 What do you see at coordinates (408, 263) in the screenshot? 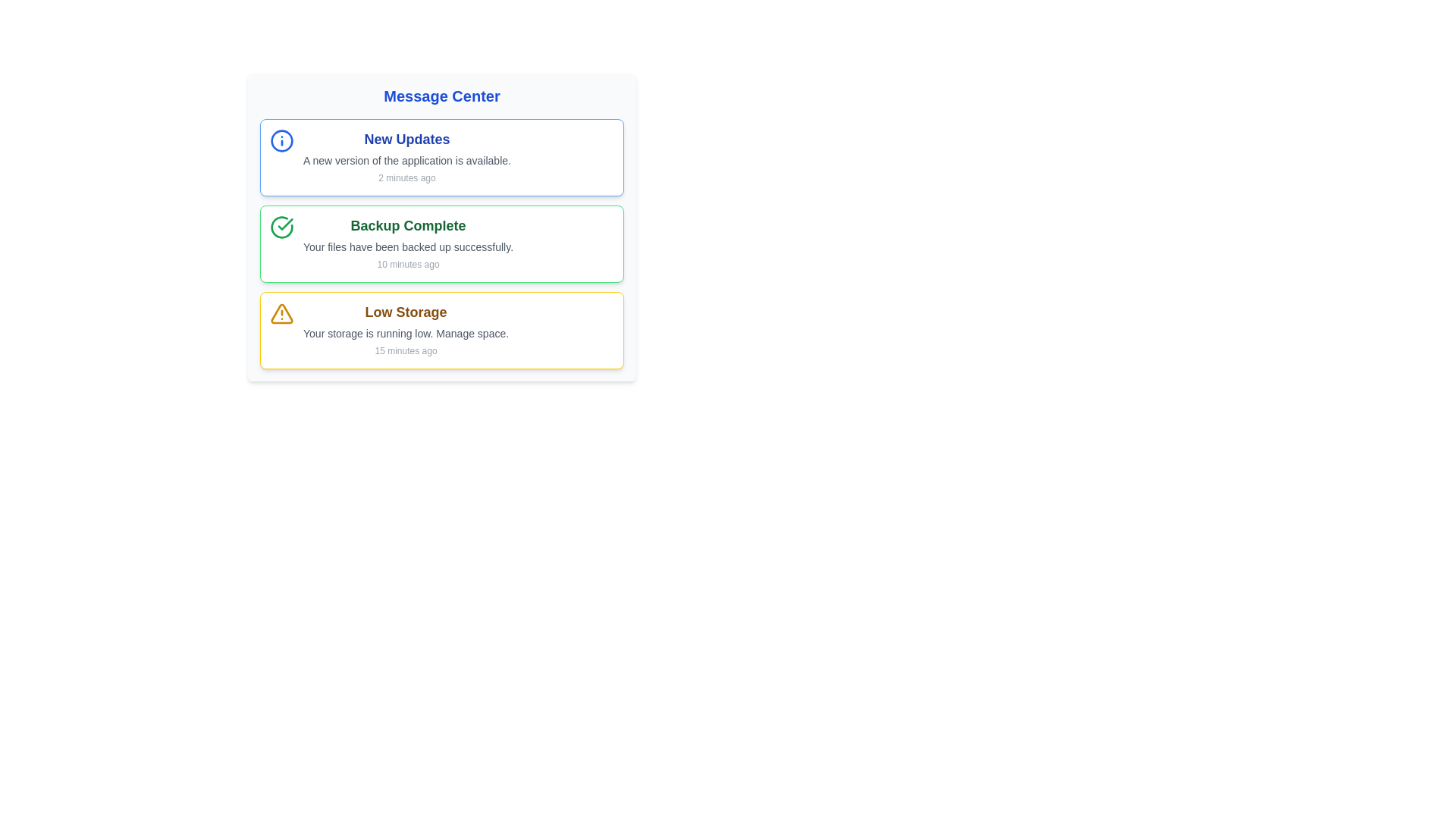
I see `the Informational label in the bottom-right corner of the 'Backup Complete' notification box, which provides a timestamp or information about the time elapsed since an event occurred` at bounding box center [408, 263].